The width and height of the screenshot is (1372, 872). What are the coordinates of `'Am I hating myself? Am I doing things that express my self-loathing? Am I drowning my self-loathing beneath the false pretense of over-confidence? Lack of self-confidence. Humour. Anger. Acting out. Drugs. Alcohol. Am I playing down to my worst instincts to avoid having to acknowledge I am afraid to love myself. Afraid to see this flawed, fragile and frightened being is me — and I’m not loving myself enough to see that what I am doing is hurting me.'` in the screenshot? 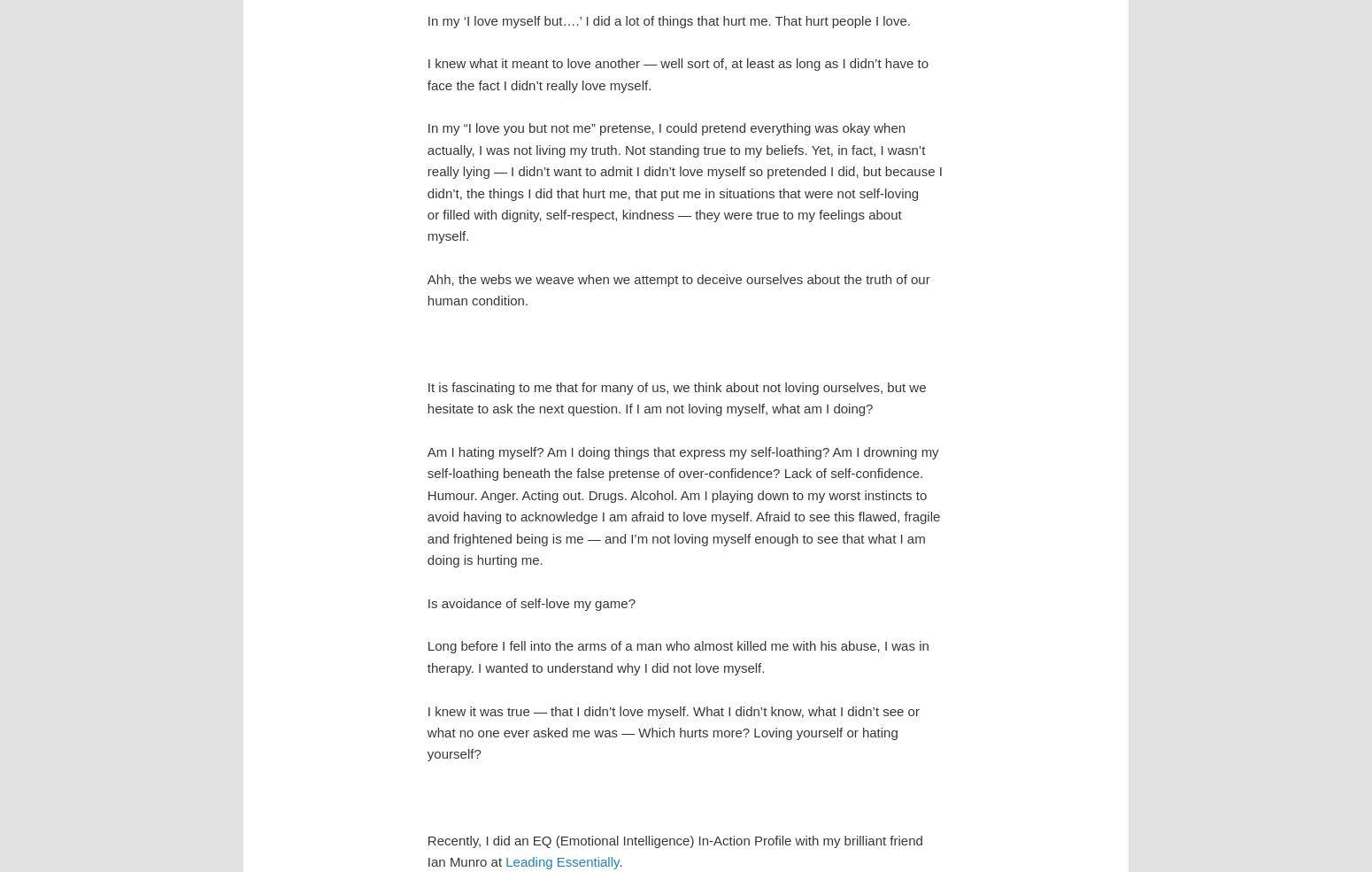 It's located at (426, 505).